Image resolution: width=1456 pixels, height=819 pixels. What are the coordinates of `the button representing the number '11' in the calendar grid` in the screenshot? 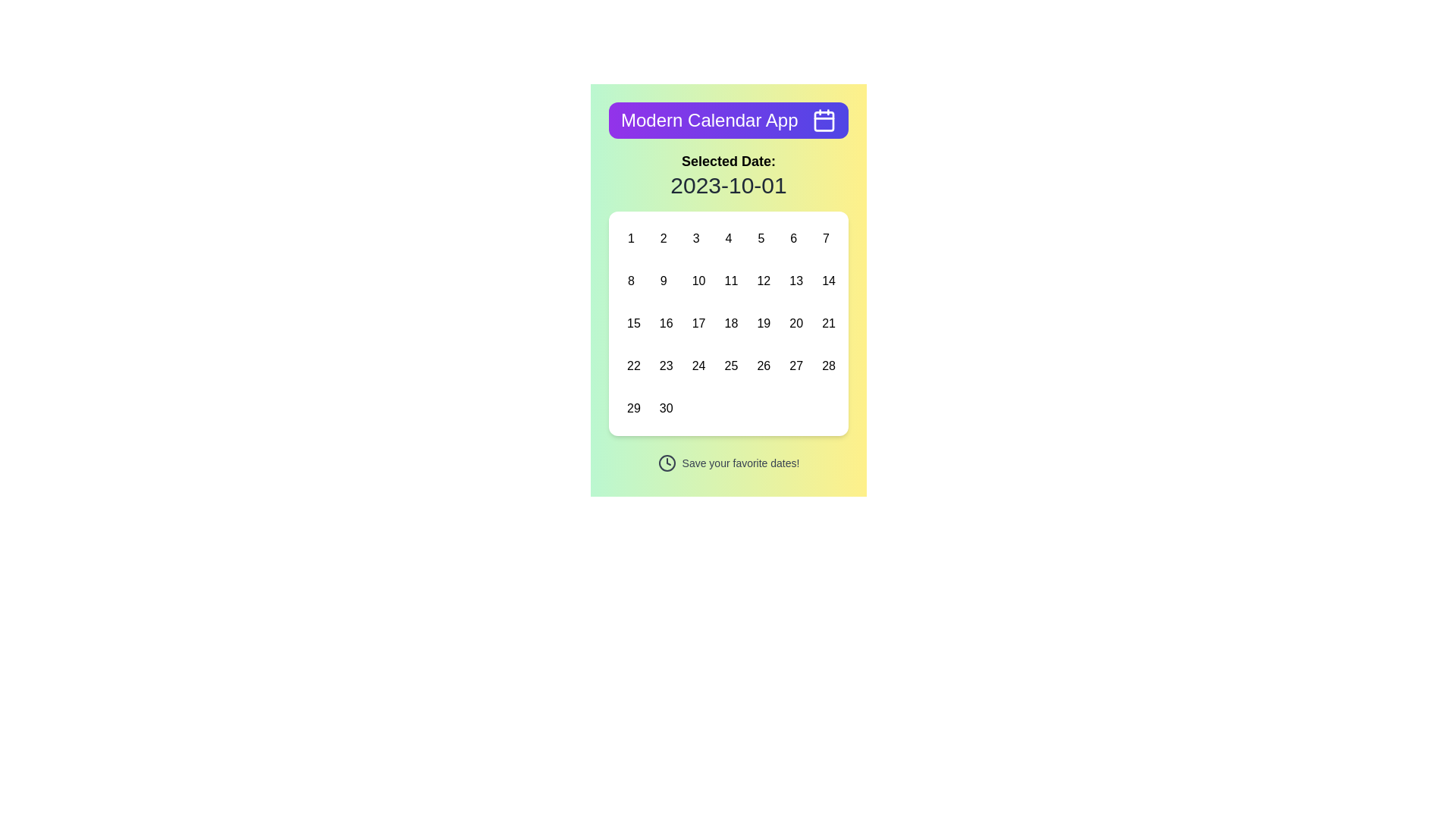 It's located at (728, 281).